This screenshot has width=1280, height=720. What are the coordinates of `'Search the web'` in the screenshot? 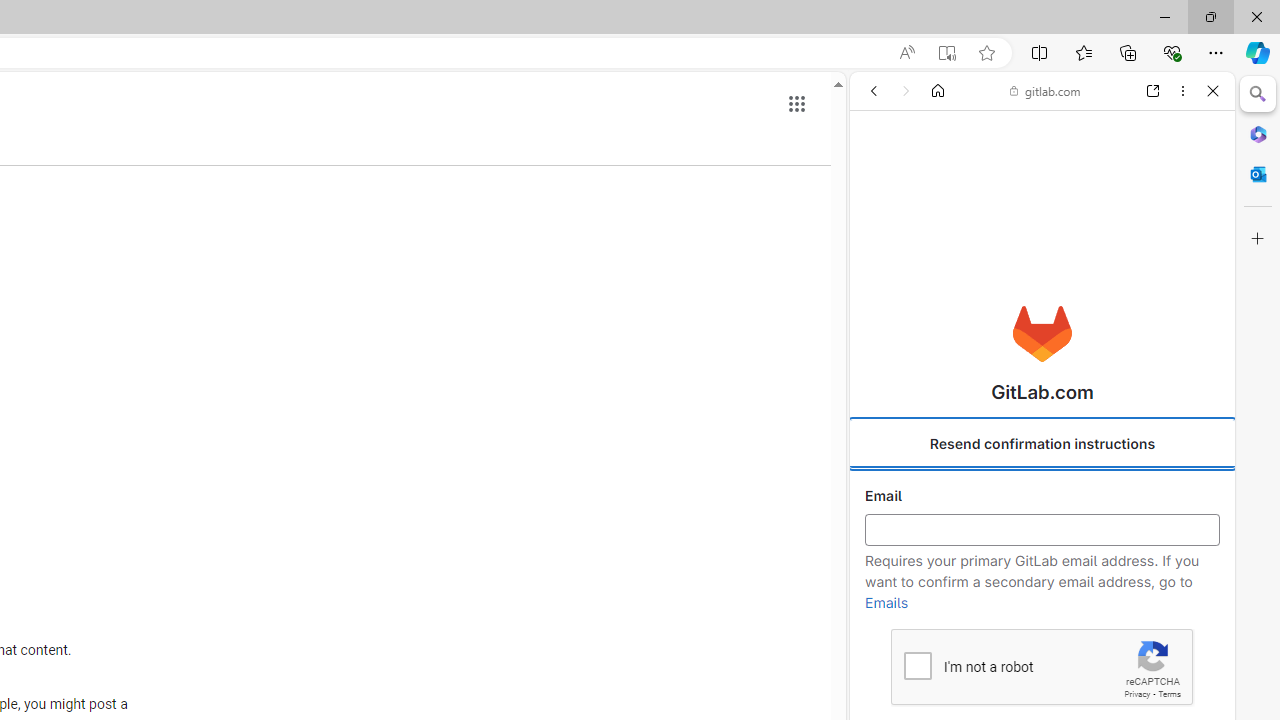 It's located at (1051, 137).